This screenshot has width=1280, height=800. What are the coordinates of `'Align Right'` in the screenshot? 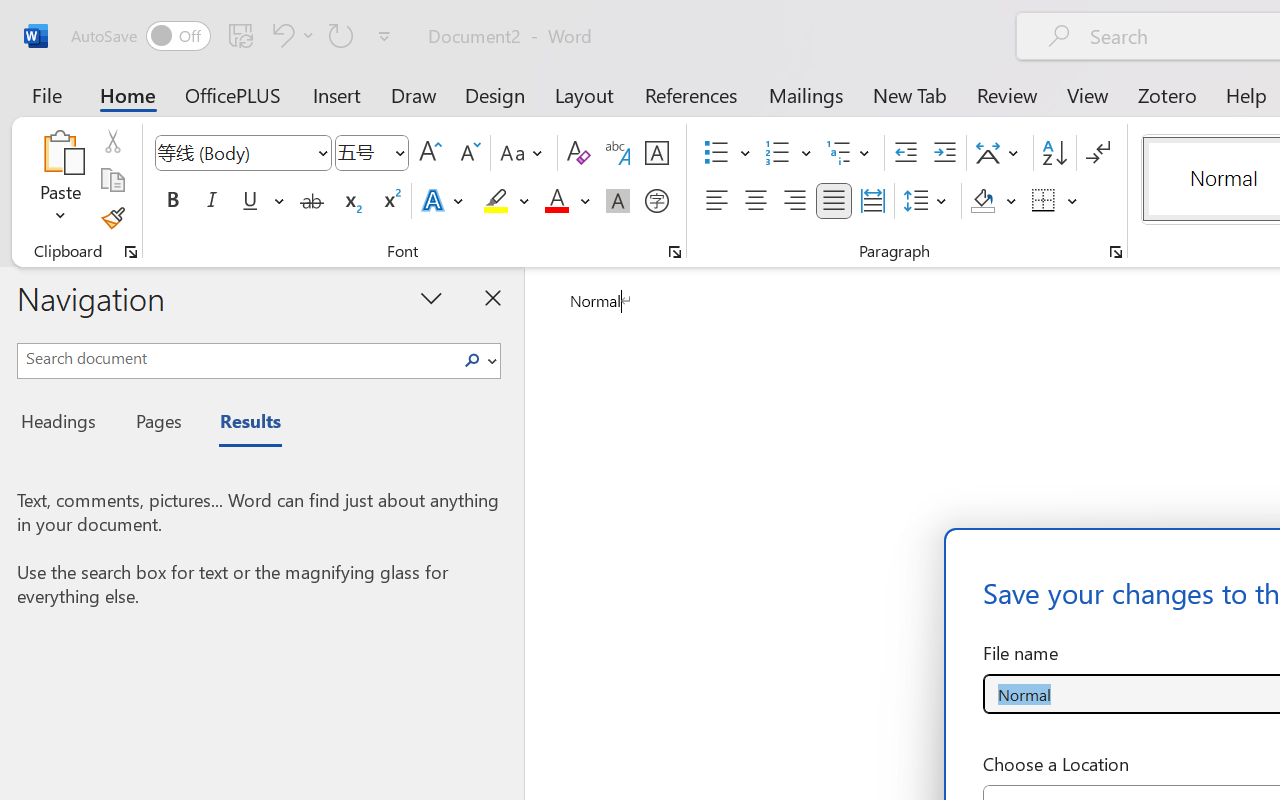 It's located at (793, 201).